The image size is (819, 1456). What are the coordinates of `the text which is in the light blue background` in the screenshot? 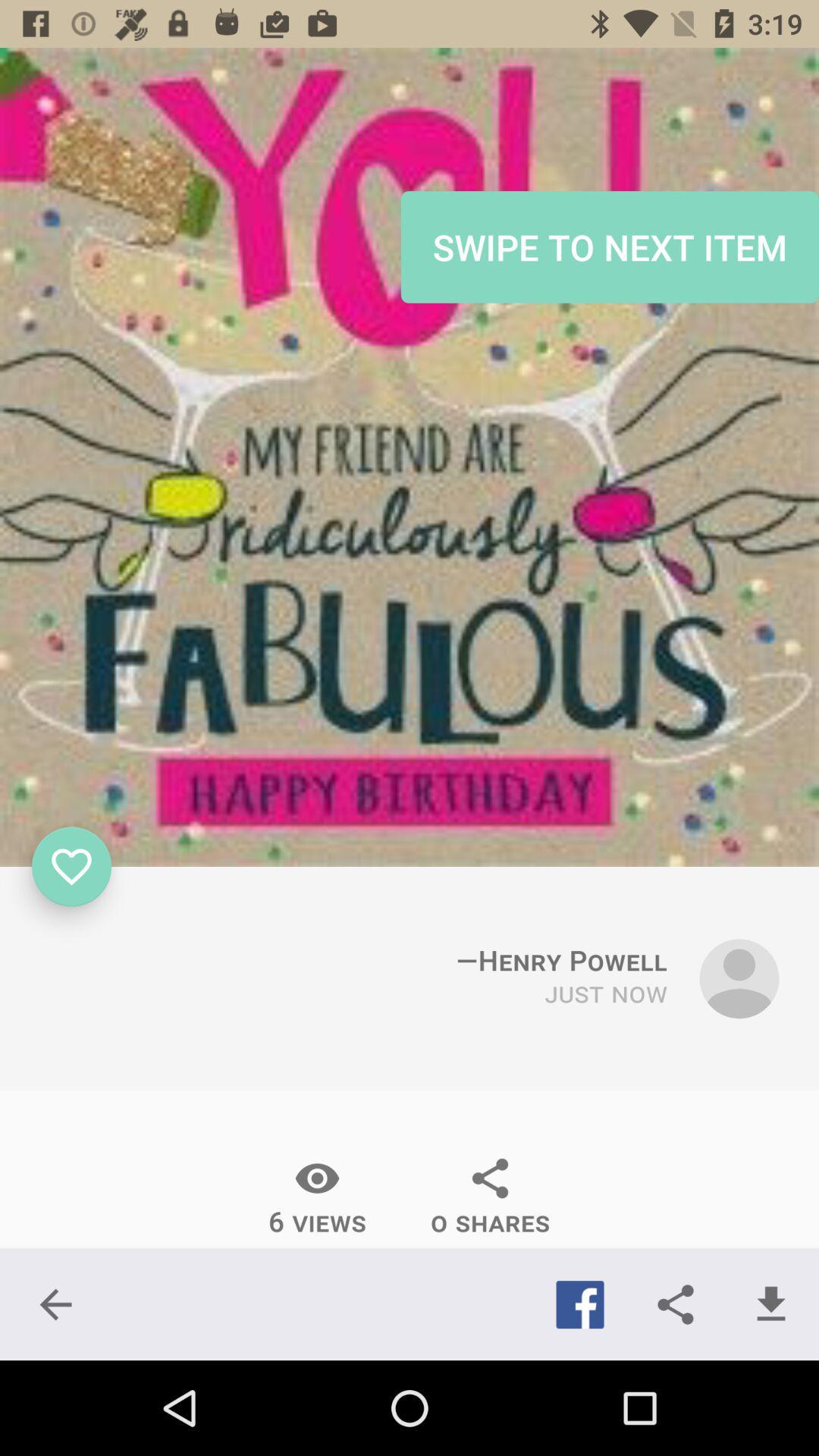 It's located at (609, 247).